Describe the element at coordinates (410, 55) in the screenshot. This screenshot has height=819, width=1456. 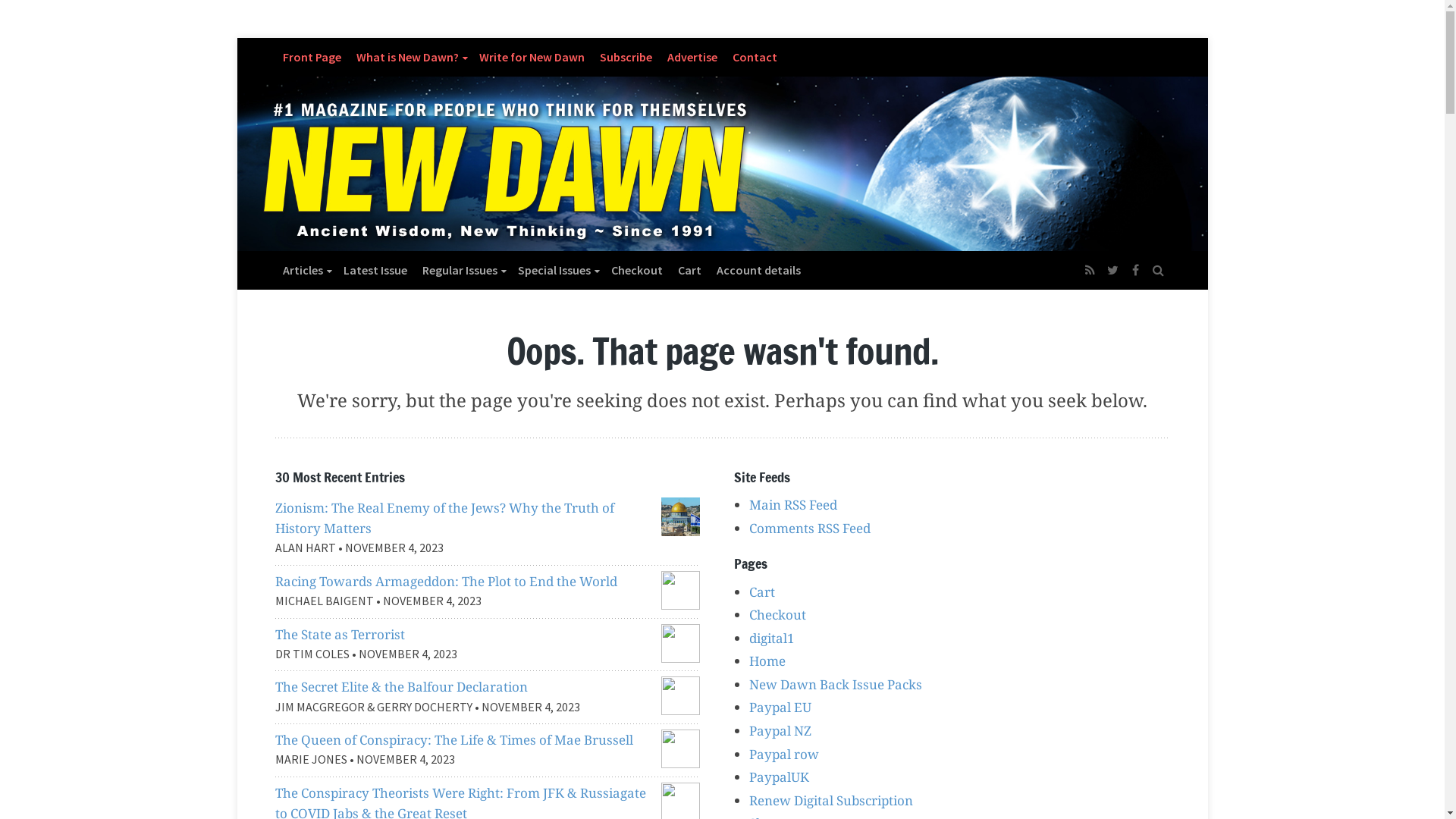
I see `'What is New Dawn?'` at that location.